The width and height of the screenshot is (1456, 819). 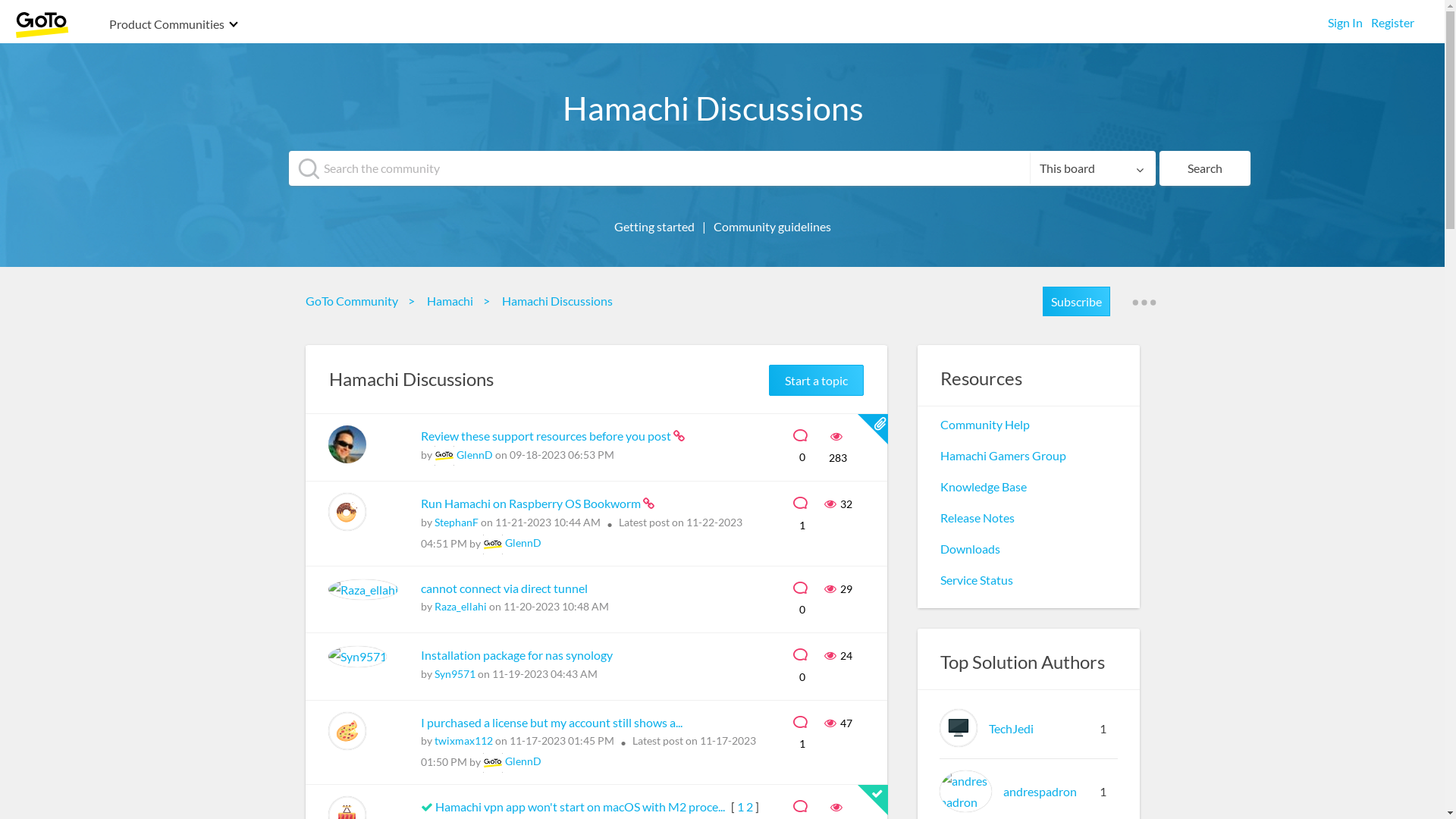 What do you see at coordinates (815, 379) in the screenshot?
I see `'Start a topic'` at bounding box center [815, 379].